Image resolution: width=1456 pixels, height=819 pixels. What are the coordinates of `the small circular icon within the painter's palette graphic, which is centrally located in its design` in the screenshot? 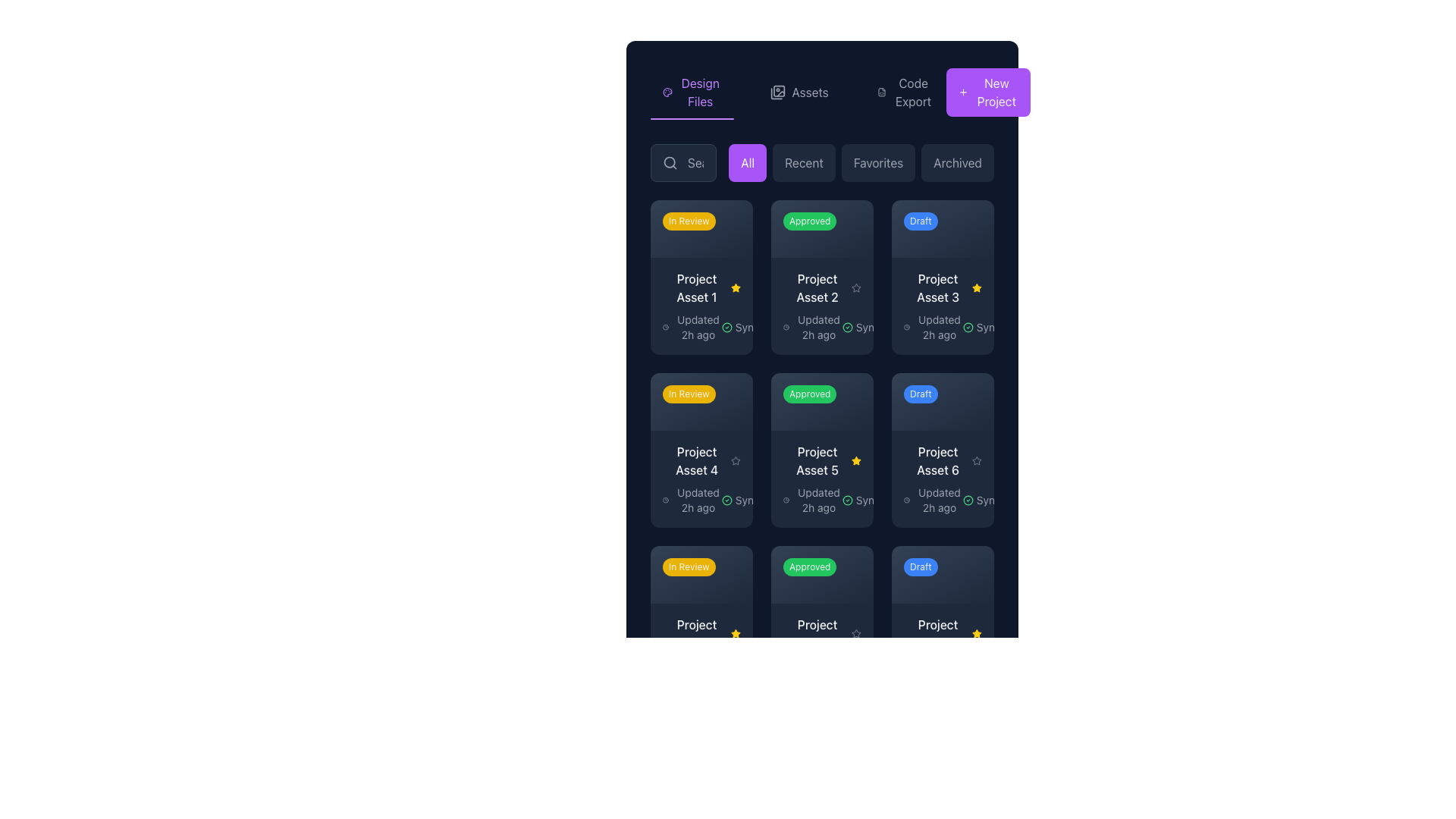 It's located at (667, 93).